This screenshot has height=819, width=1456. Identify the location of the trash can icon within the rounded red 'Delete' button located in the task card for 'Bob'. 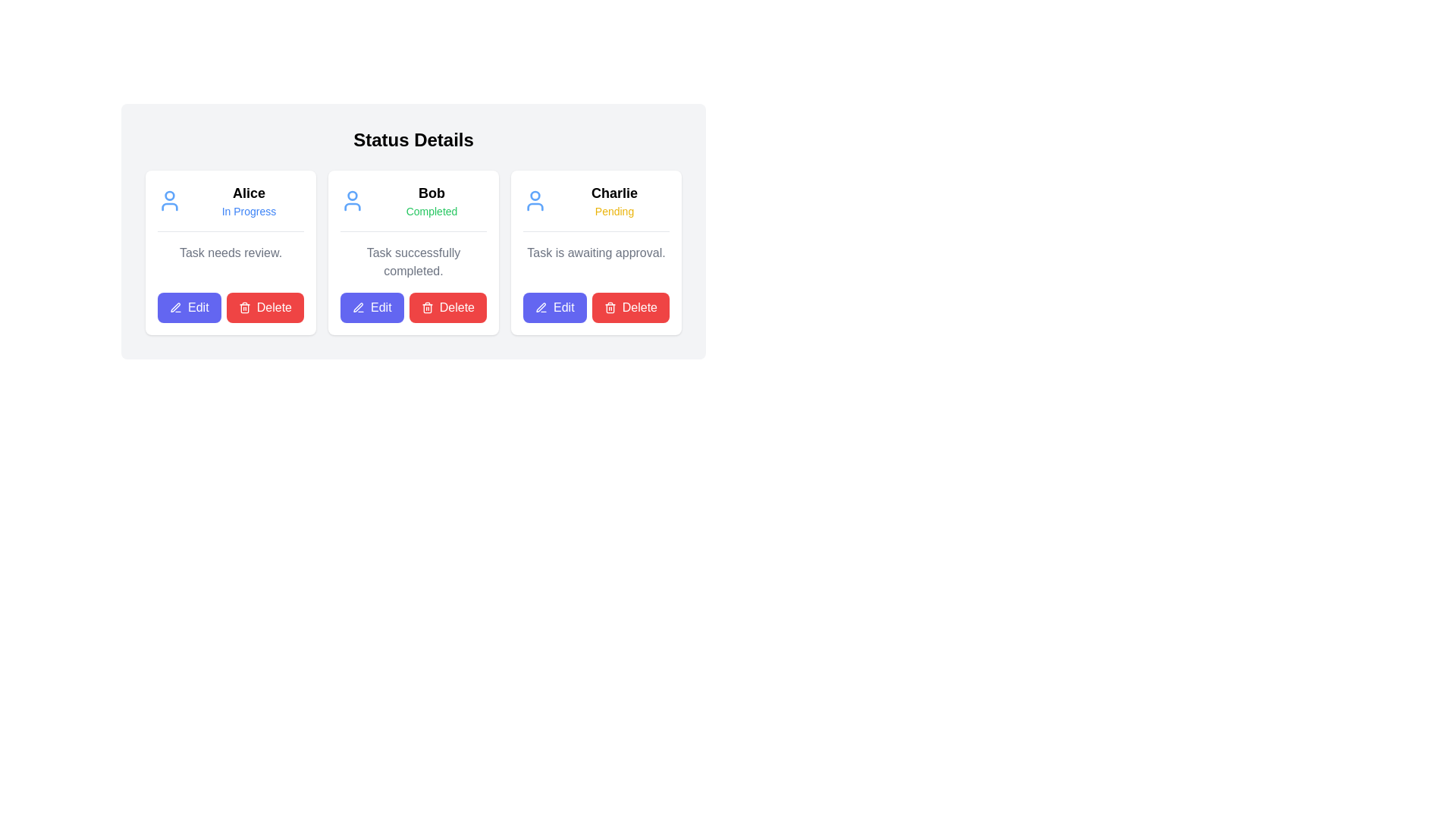
(426, 307).